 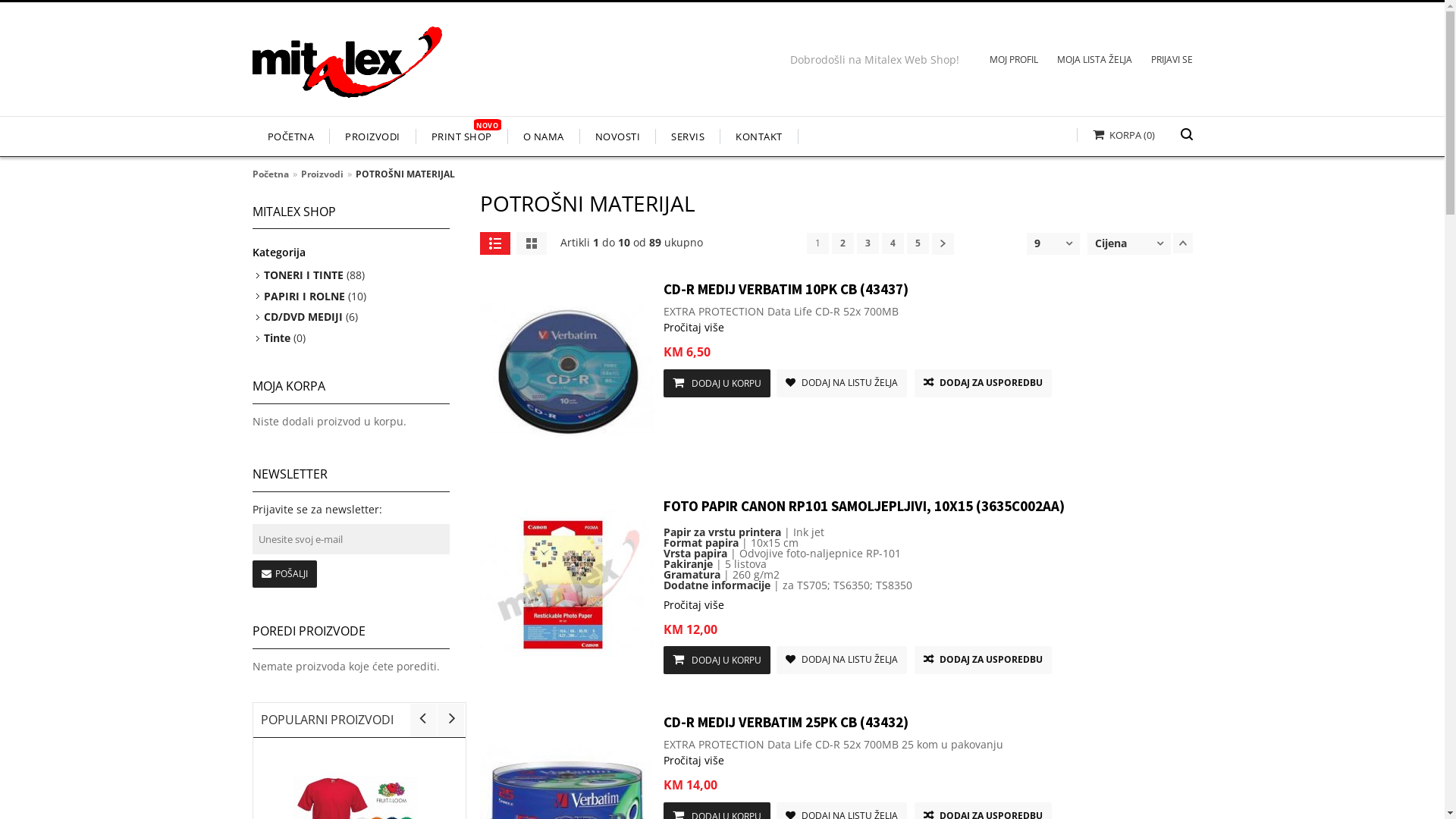 What do you see at coordinates (303, 315) in the screenshot?
I see `'CD/DVD MEDIJI'` at bounding box center [303, 315].